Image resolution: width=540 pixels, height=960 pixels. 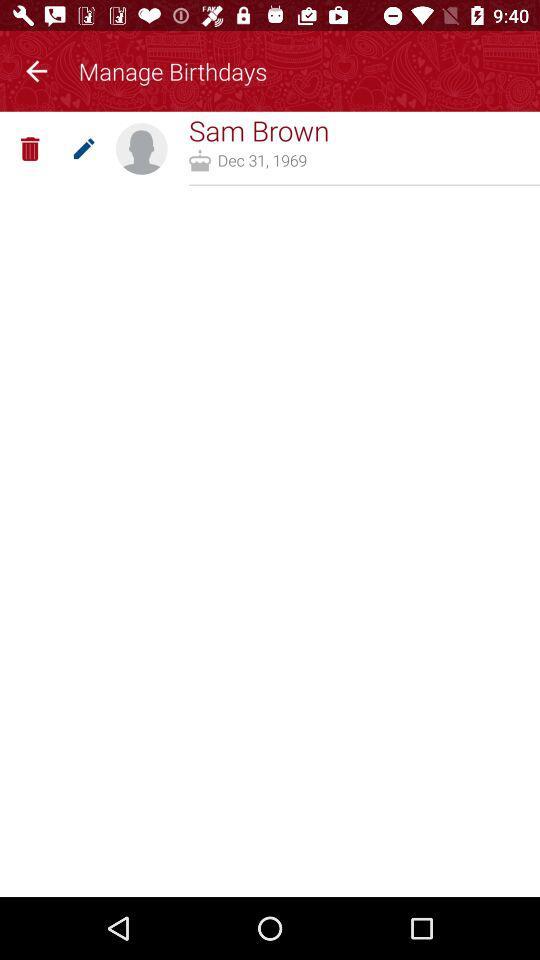 What do you see at coordinates (36, 68) in the screenshot?
I see `the icon next to the manage birthdays app` at bounding box center [36, 68].